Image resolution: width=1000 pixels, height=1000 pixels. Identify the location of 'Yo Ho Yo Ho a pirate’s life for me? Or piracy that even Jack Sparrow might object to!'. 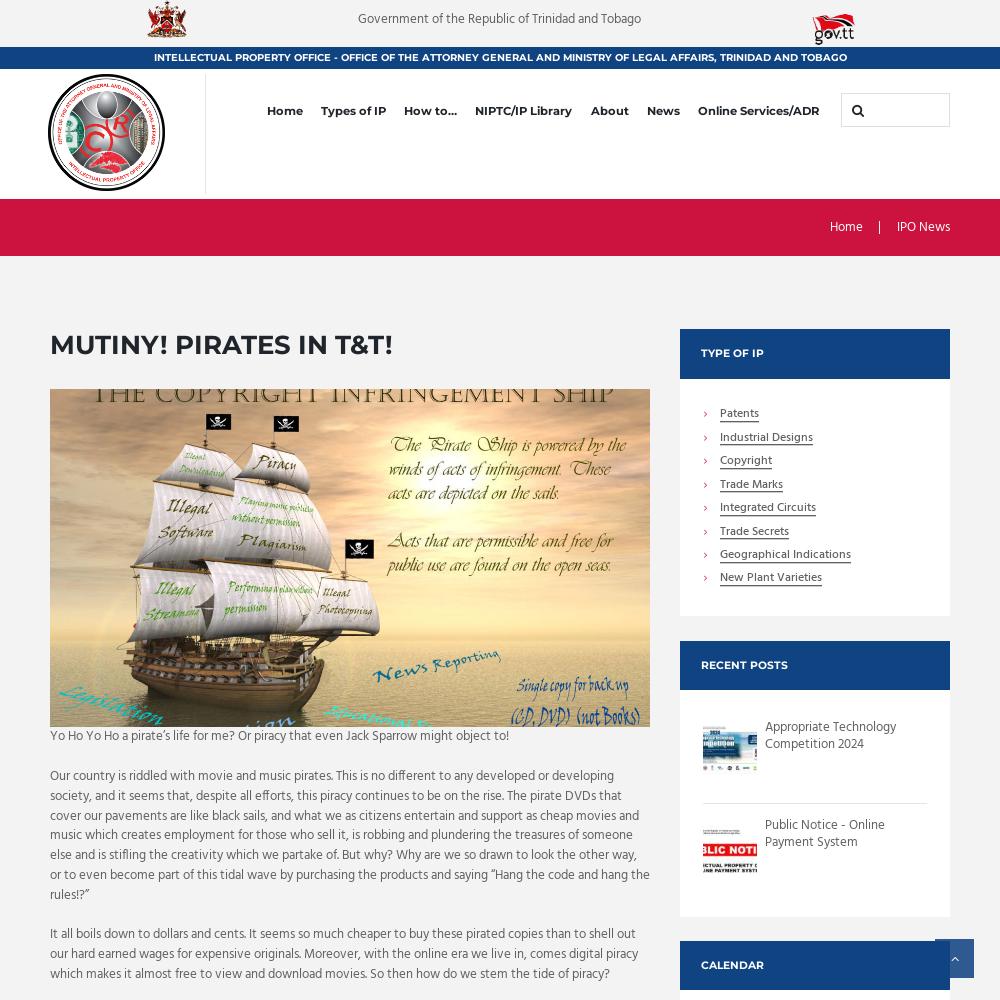
(279, 735).